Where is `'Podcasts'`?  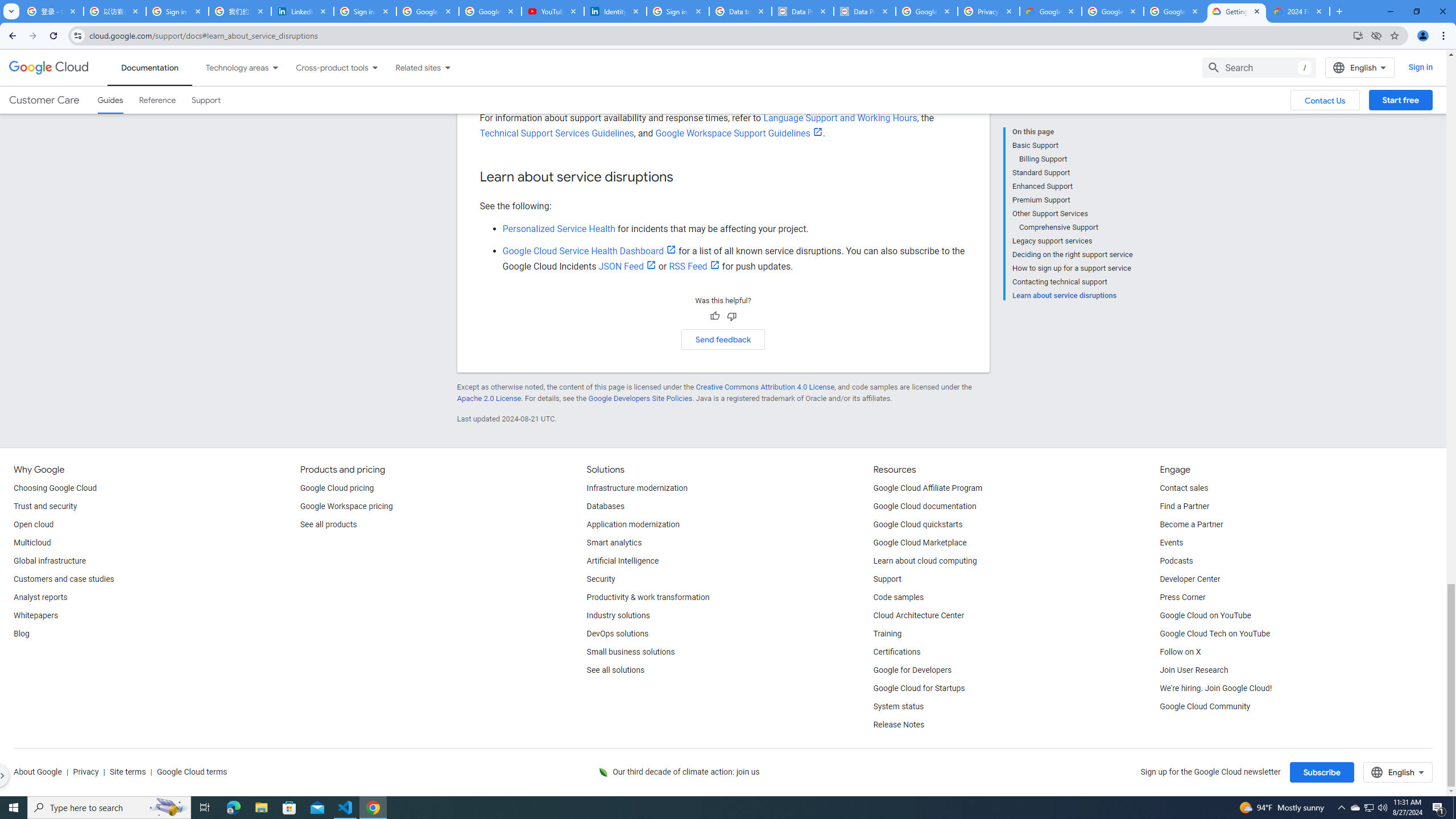
'Podcasts' is located at coordinates (1176, 561).